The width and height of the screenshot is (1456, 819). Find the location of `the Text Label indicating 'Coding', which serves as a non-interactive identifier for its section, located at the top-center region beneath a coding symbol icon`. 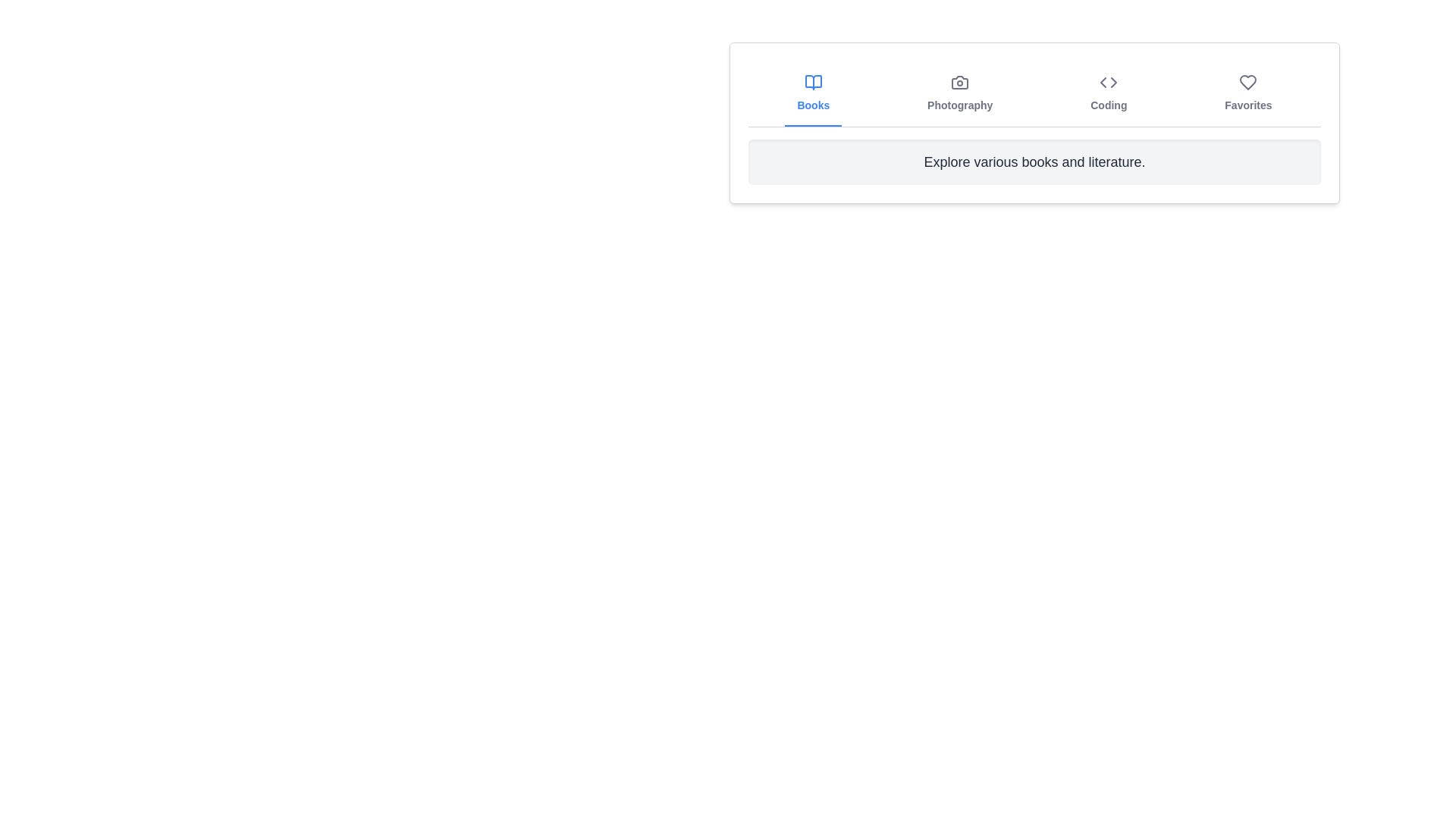

the Text Label indicating 'Coding', which serves as a non-interactive identifier for its section, located at the top-center region beneath a coding symbol icon is located at coordinates (1109, 104).